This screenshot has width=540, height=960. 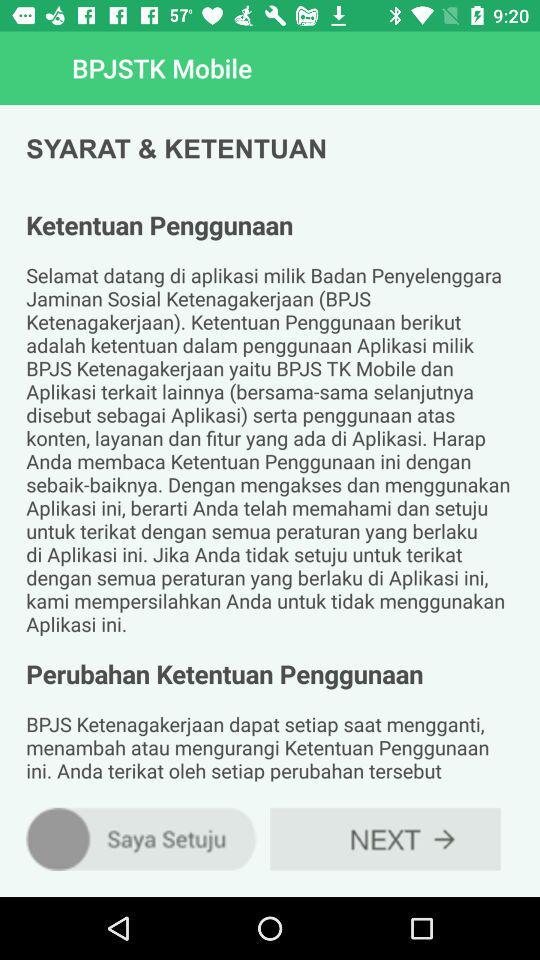 What do you see at coordinates (385, 839) in the screenshot?
I see `the item at the bottom right corner` at bounding box center [385, 839].